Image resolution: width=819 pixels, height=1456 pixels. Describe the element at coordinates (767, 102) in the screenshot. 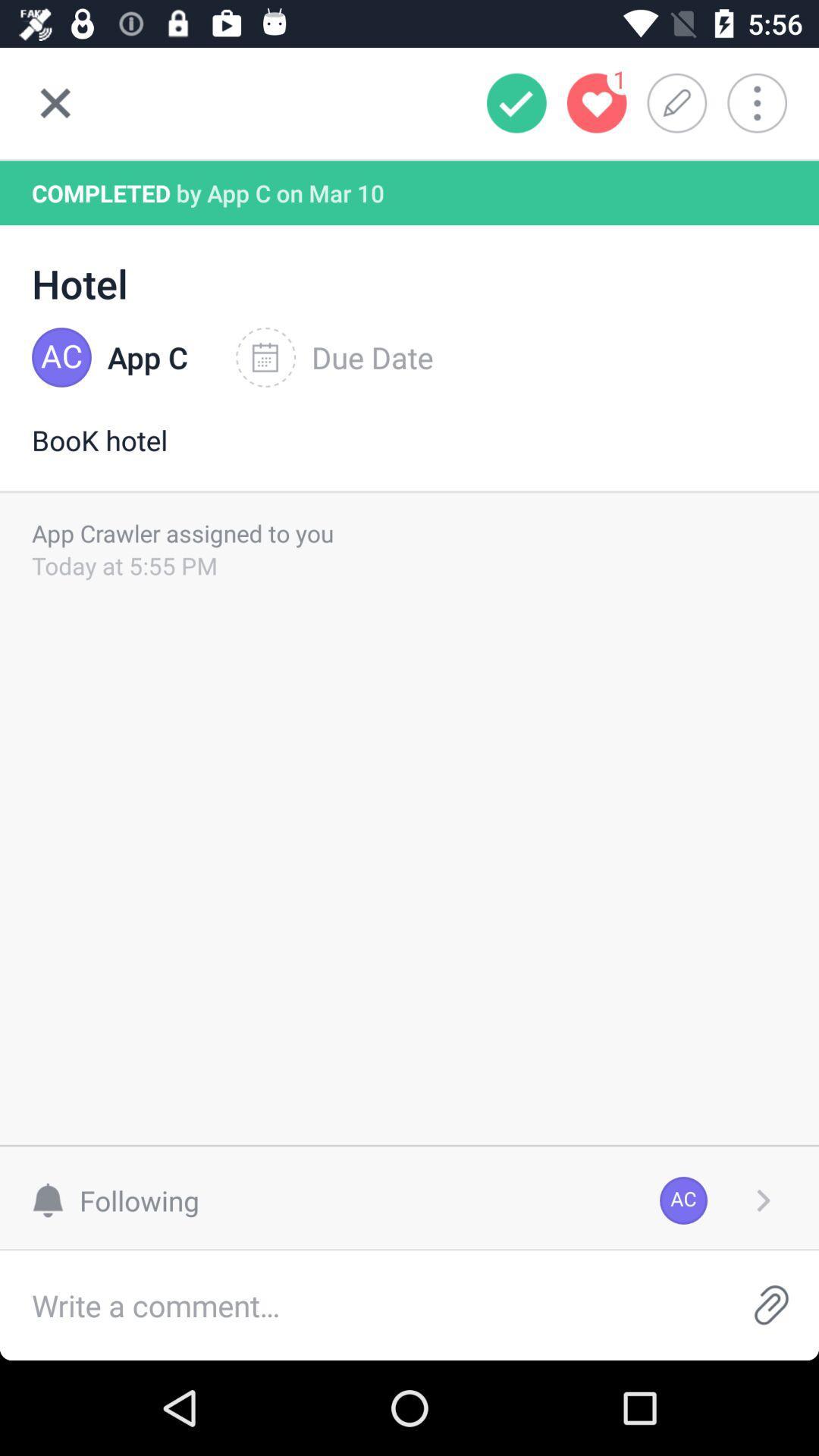

I see `open menu` at that location.